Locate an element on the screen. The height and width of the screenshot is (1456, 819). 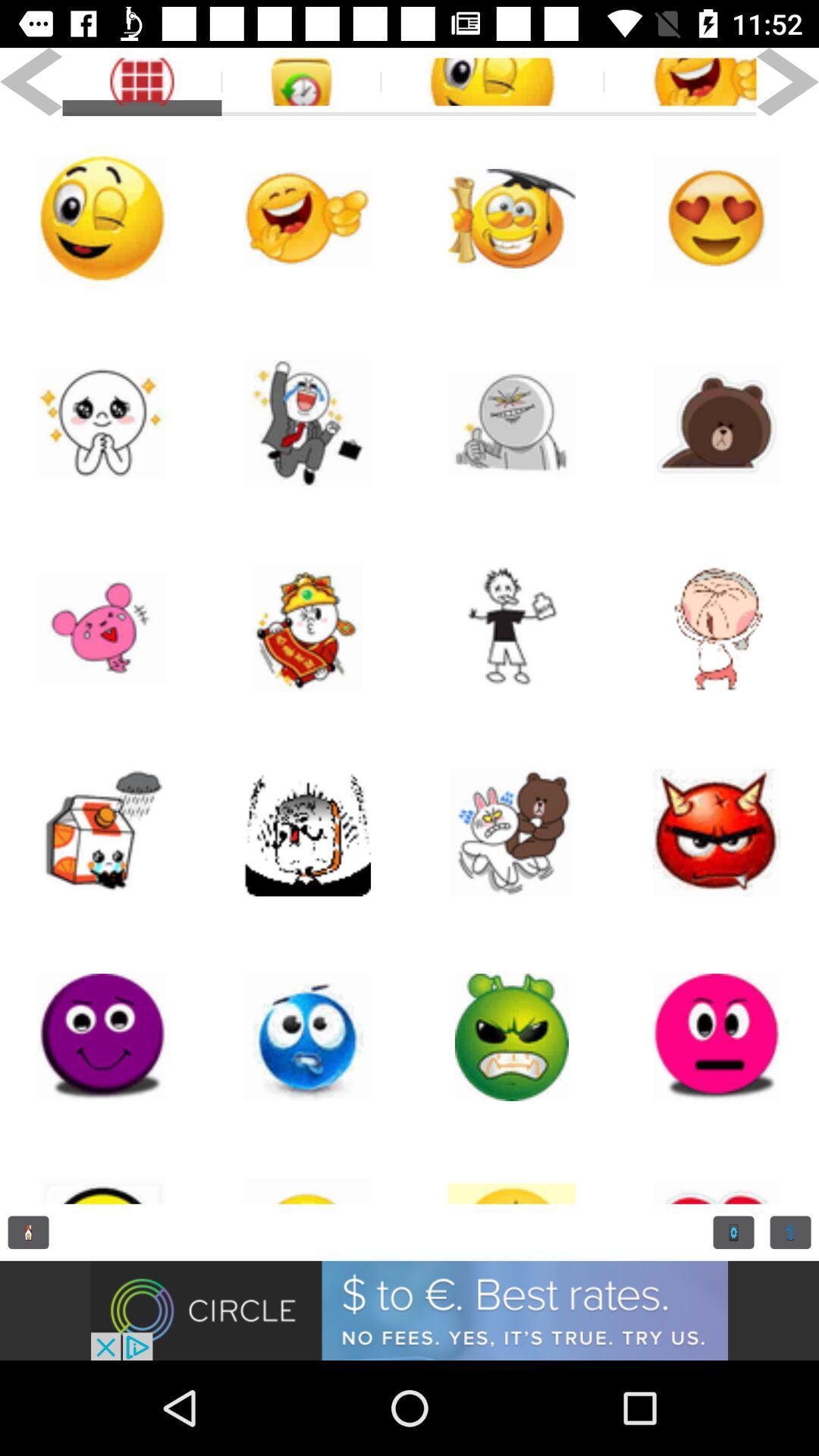
i con page is located at coordinates (102, 1171).